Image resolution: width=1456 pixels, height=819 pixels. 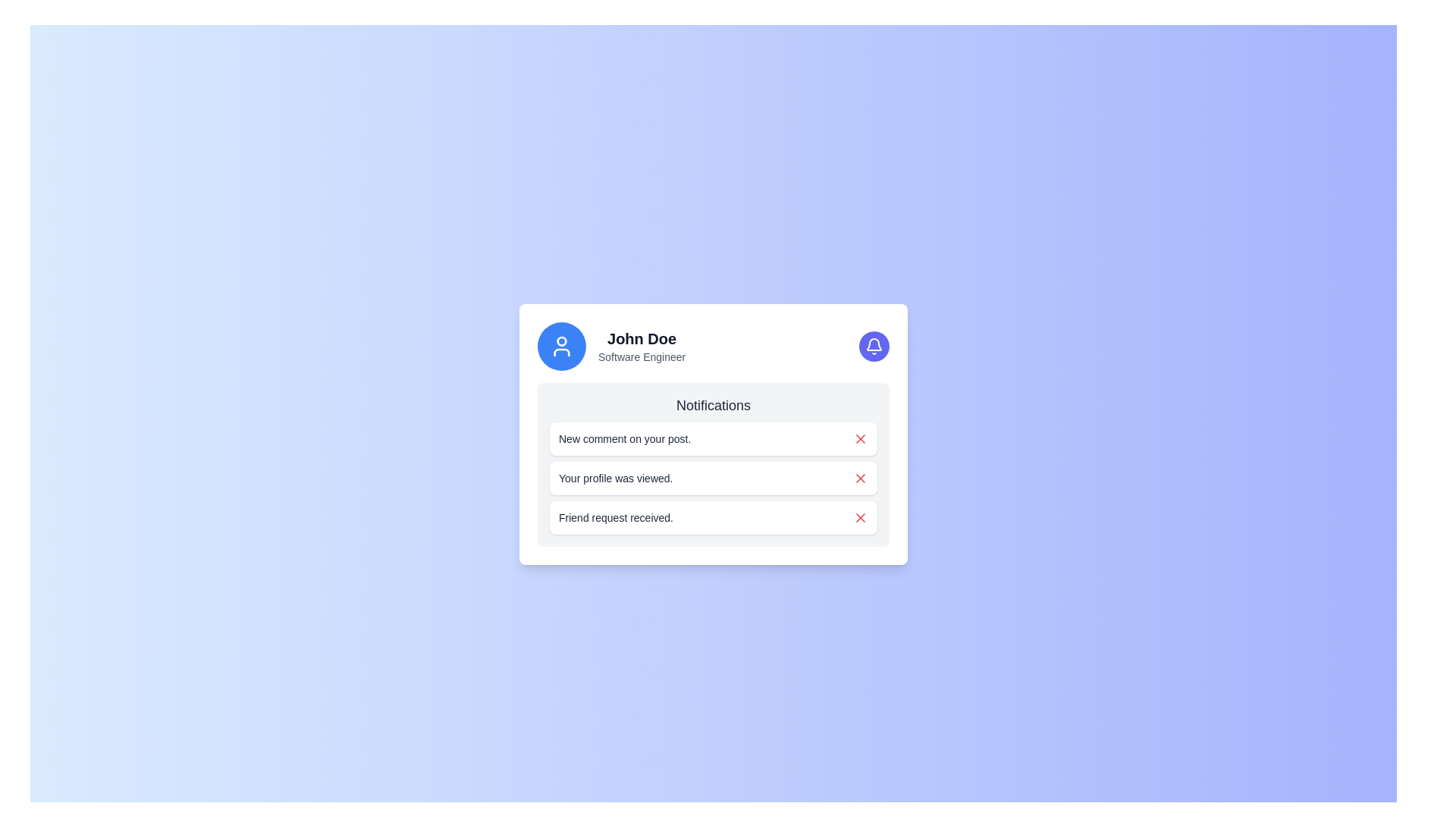 What do you see at coordinates (616, 479) in the screenshot?
I see `the text label that displays 'Your profile was viewed.' in a notification card under the 'Notifications' header` at bounding box center [616, 479].